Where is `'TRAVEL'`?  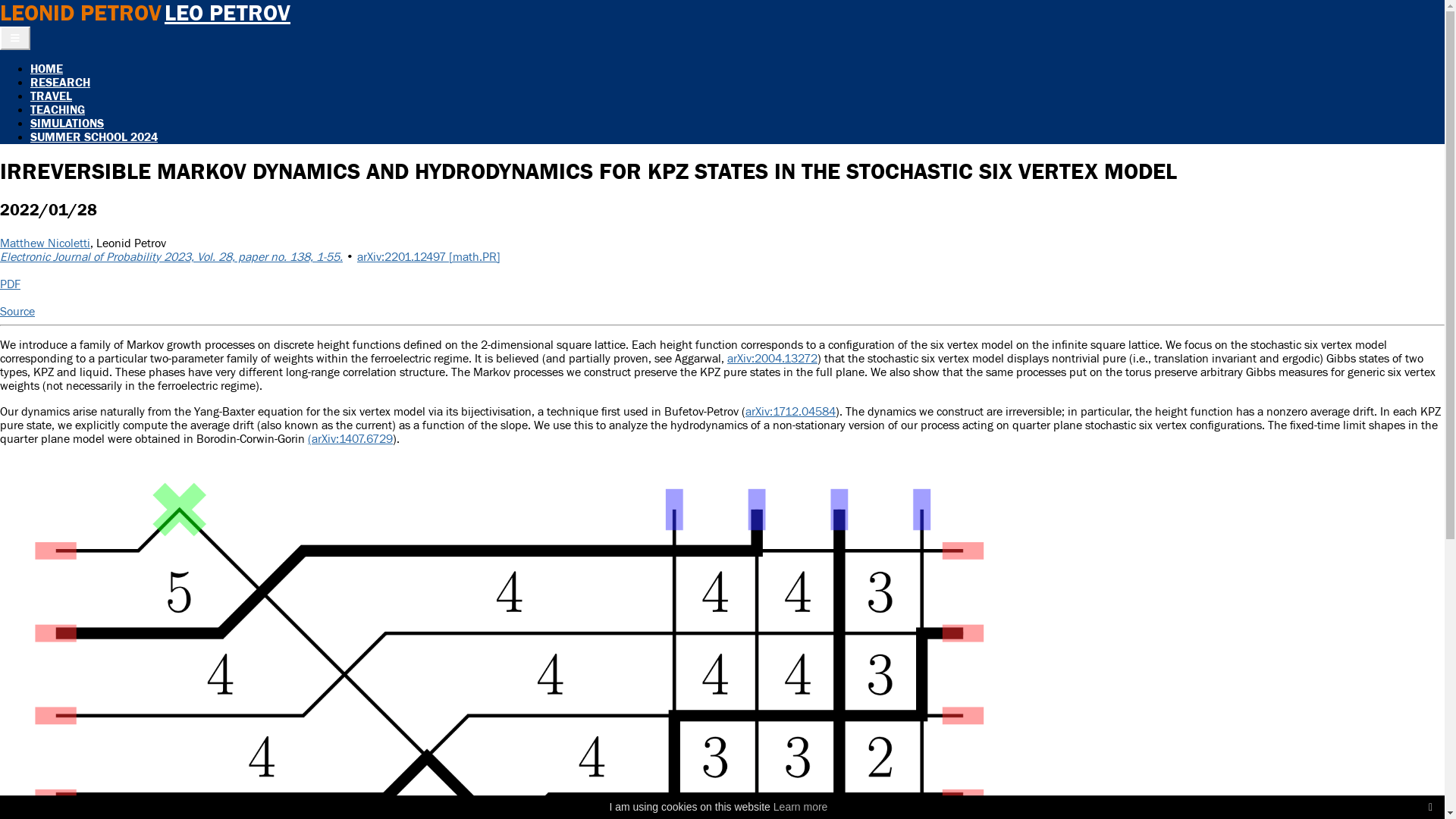
'TRAVEL' is located at coordinates (51, 96).